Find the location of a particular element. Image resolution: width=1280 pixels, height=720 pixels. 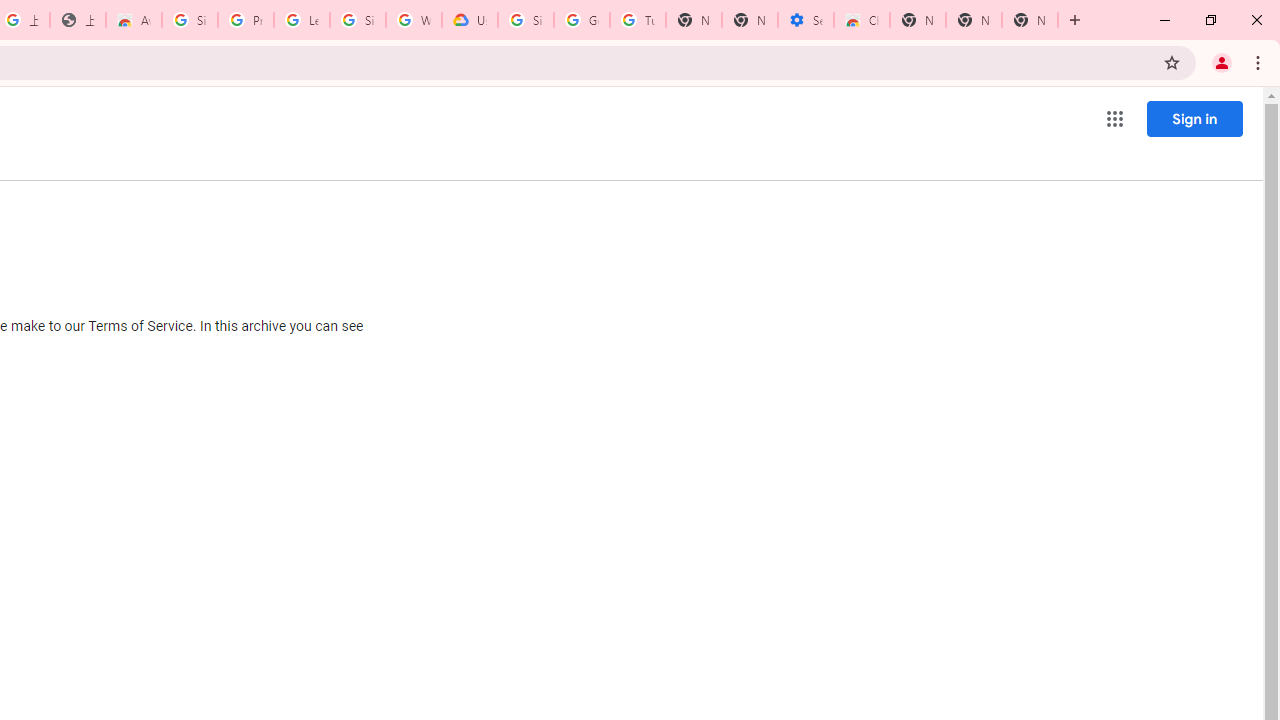

'New Tab' is located at coordinates (1030, 20).